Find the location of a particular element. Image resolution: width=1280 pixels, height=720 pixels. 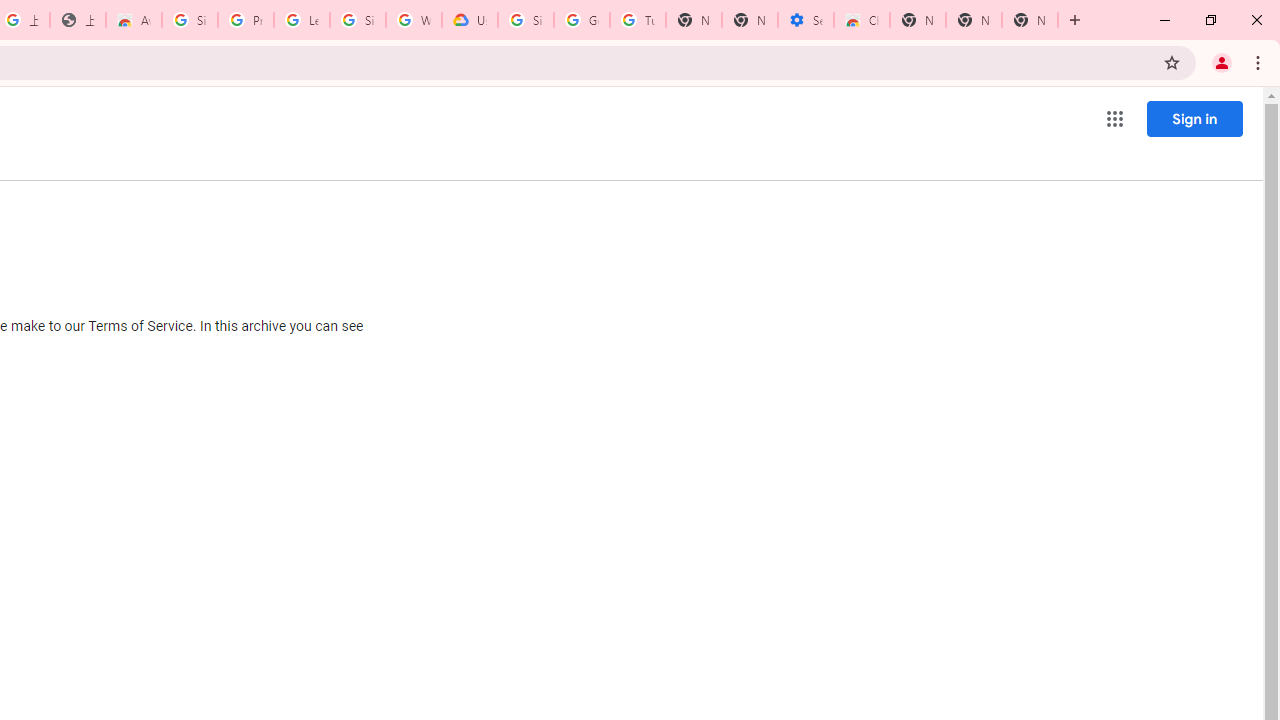

'New Tab' is located at coordinates (1030, 20).